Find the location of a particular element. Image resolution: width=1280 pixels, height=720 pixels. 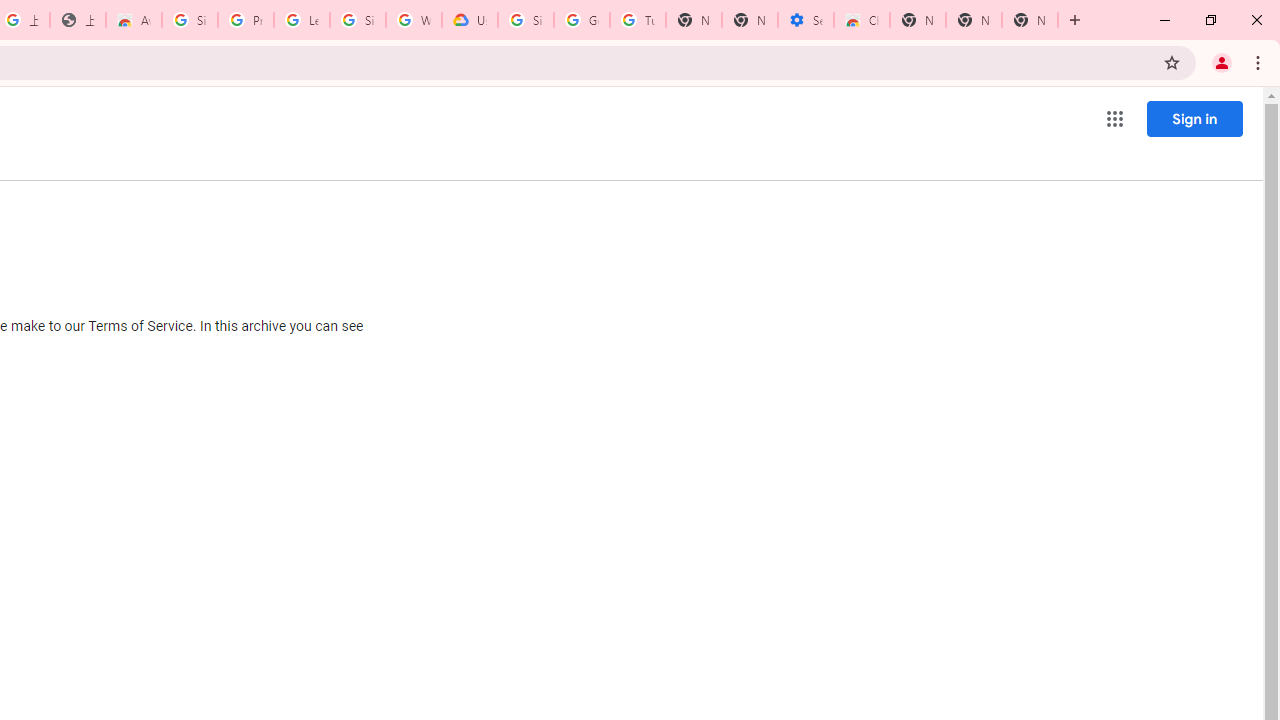

'New Tab' is located at coordinates (1030, 20).